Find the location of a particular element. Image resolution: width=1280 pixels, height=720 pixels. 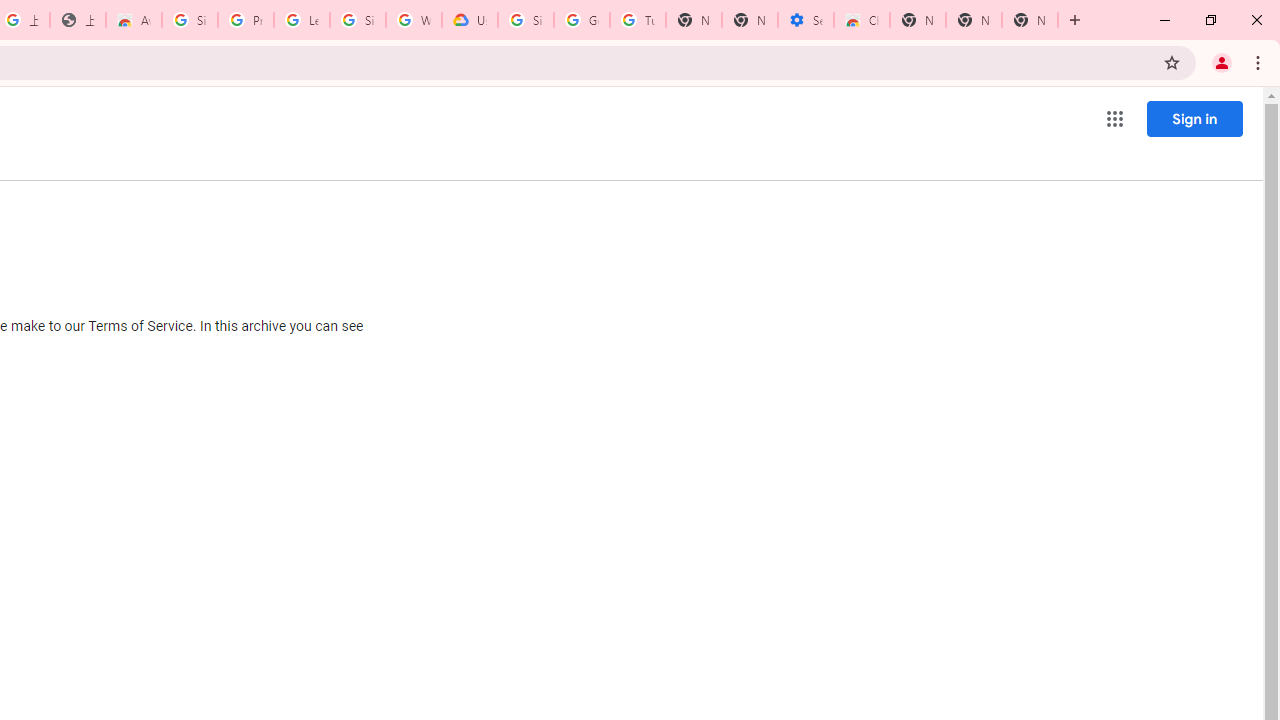

'New Tab' is located at coordinates (1030, 20).